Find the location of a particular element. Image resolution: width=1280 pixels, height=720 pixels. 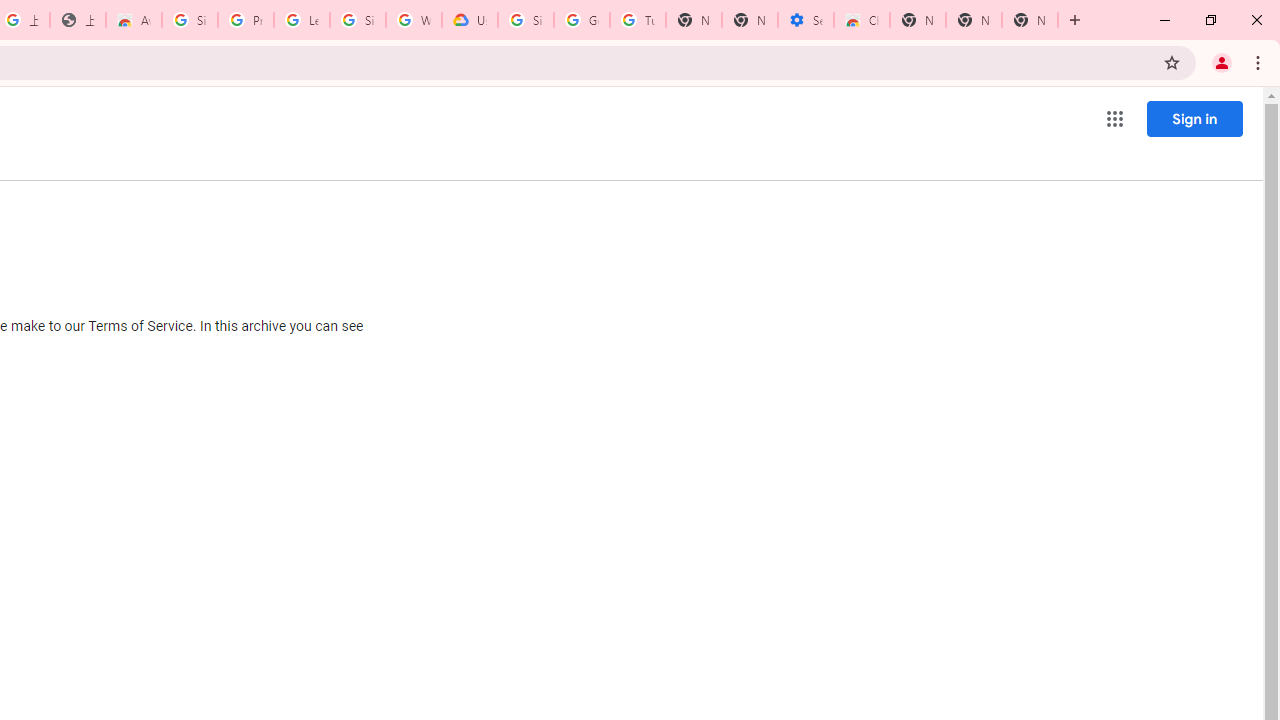

'New Tab' is located at coordinates (1030, 20).